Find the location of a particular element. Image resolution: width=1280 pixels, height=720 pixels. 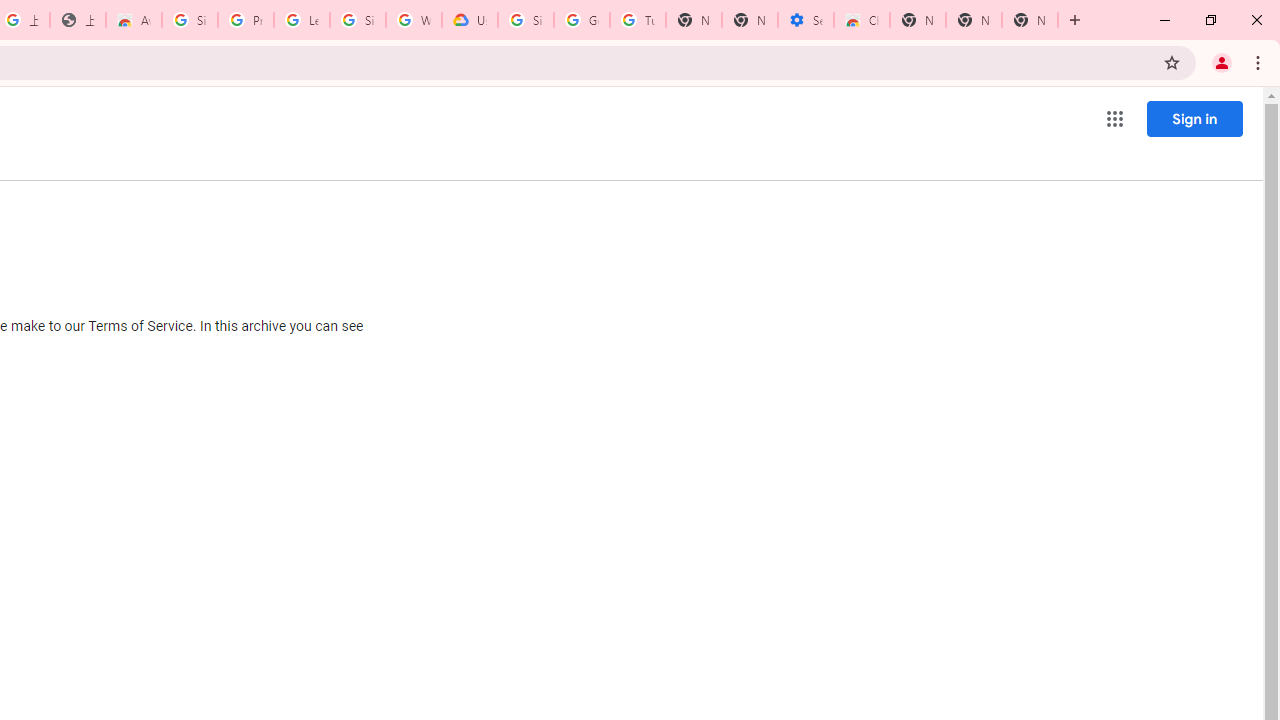

'New Tab' is located at coordinates (1030, 20).